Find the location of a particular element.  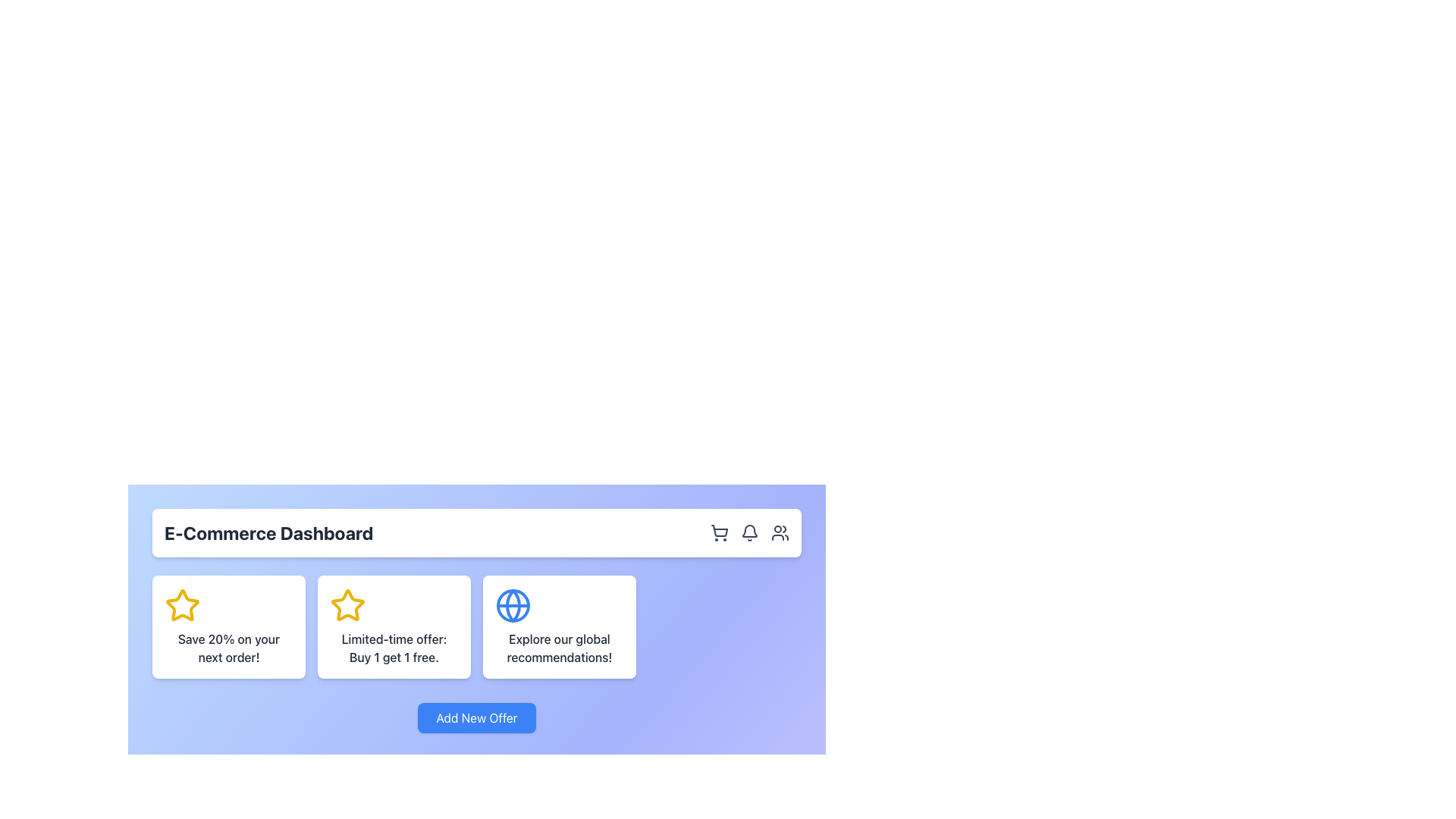

the notification icon located between the shopping cart icon and the user profile icon on the E-Commerce Dashboard is located at coordinates (749, 532).